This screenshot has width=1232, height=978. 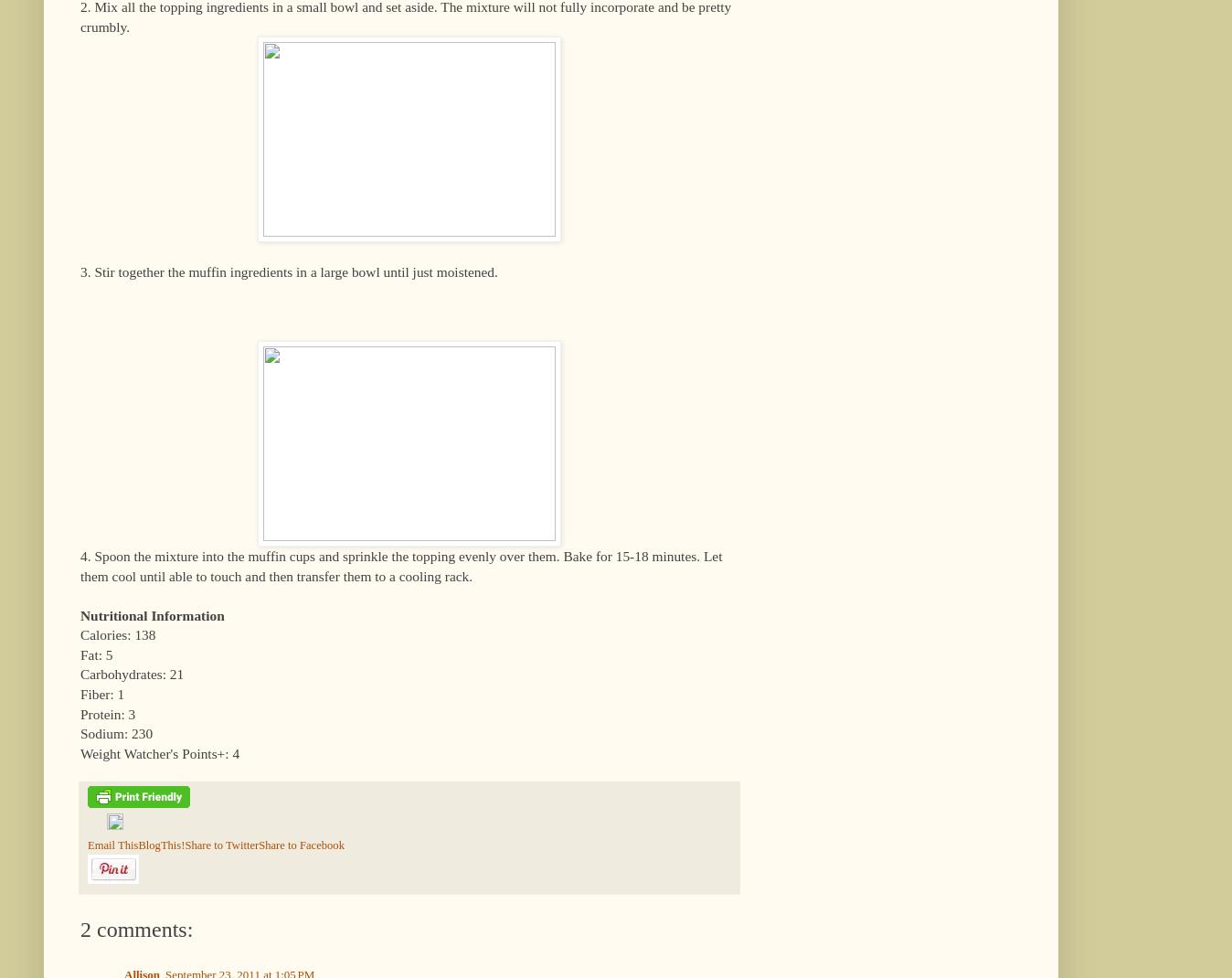 I want to click on 'Weight Watcher's Points+: 4', so click(x=80, y=752).